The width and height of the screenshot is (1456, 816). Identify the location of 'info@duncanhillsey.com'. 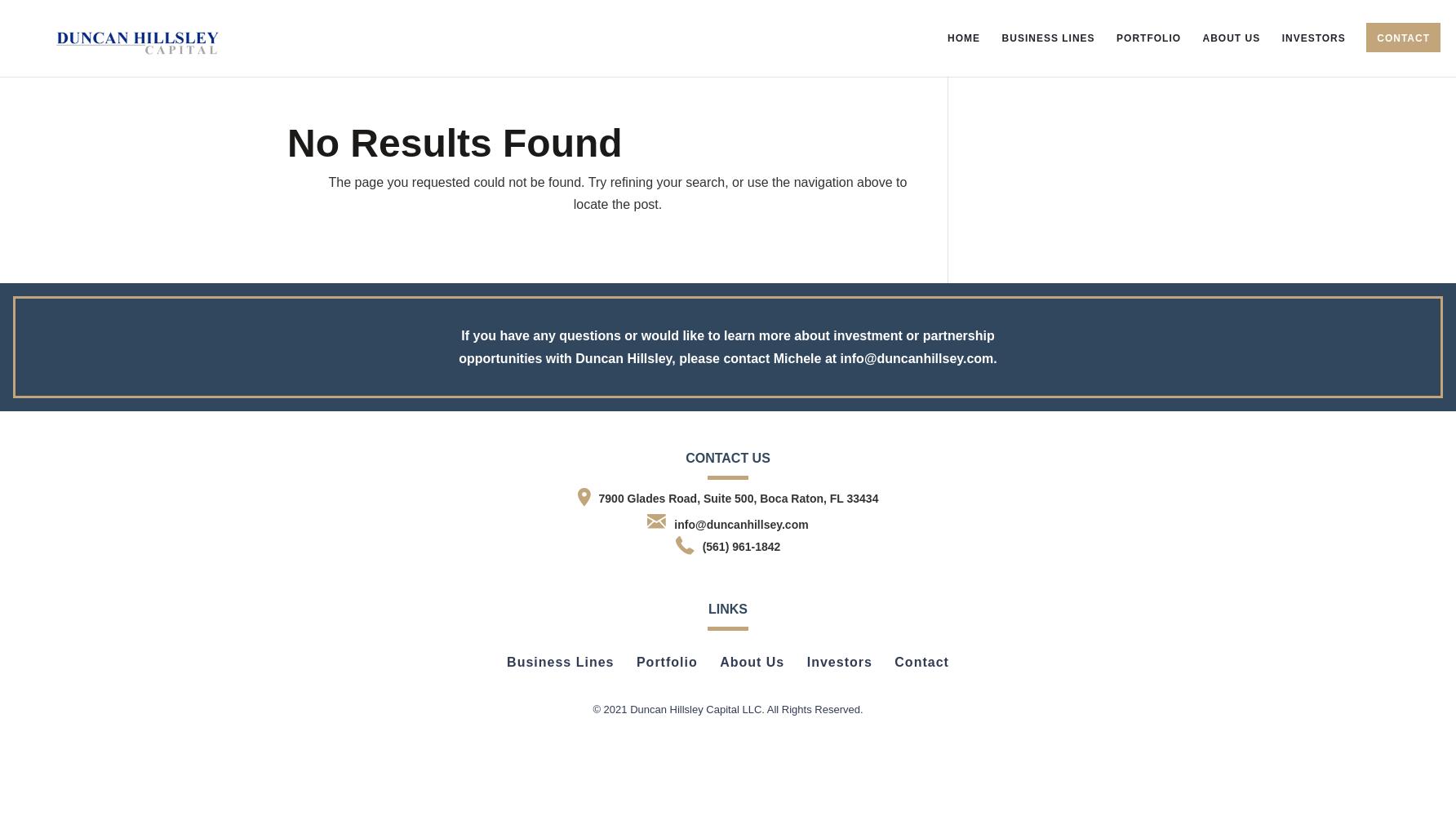
(673, 524).